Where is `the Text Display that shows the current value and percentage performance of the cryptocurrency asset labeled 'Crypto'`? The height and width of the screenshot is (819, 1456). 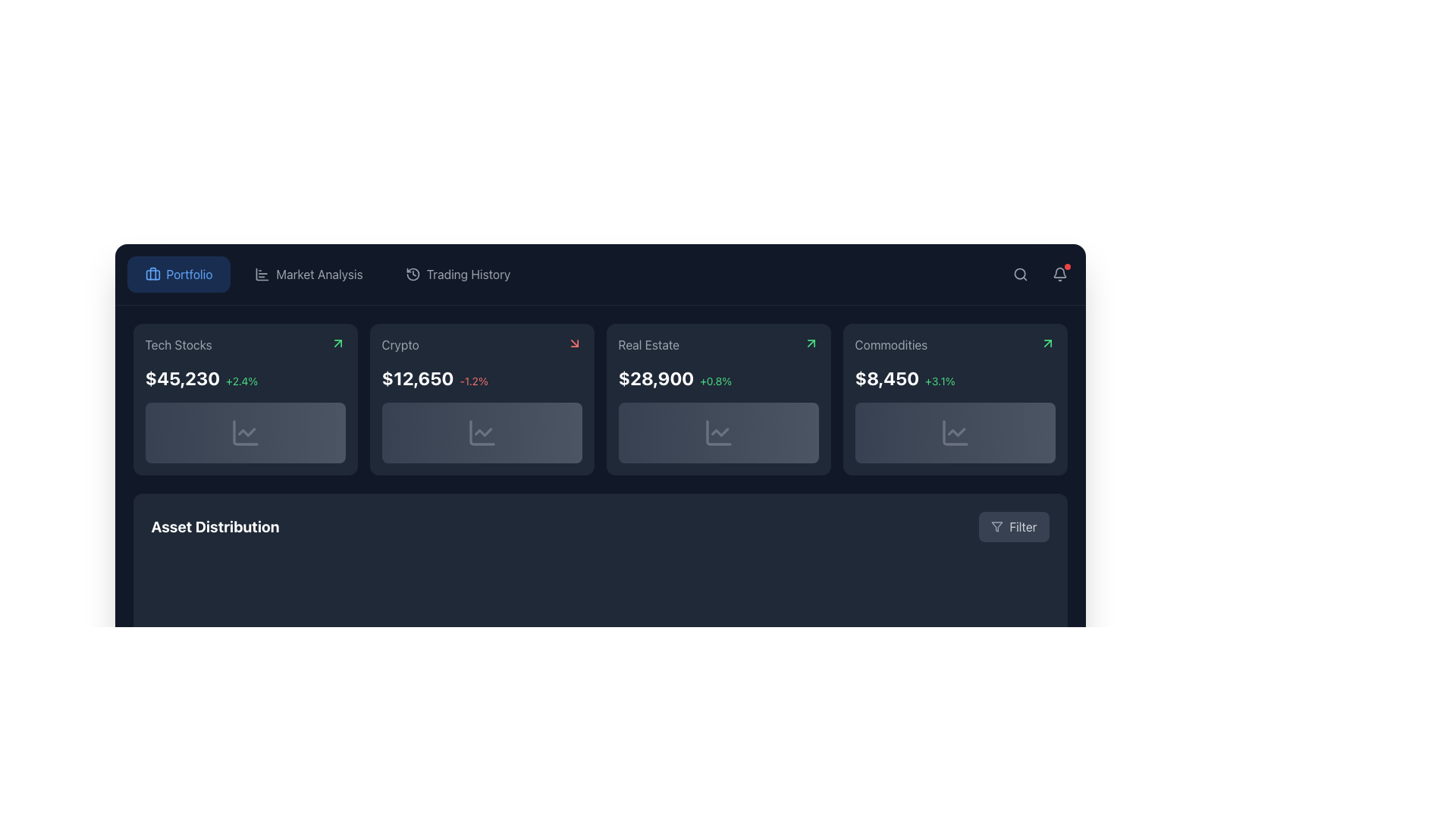 the Text Display that shows the current value and percentage performance of the cryptocurrency asset labeled 'Crypto' is located at coordinates (481, 377).